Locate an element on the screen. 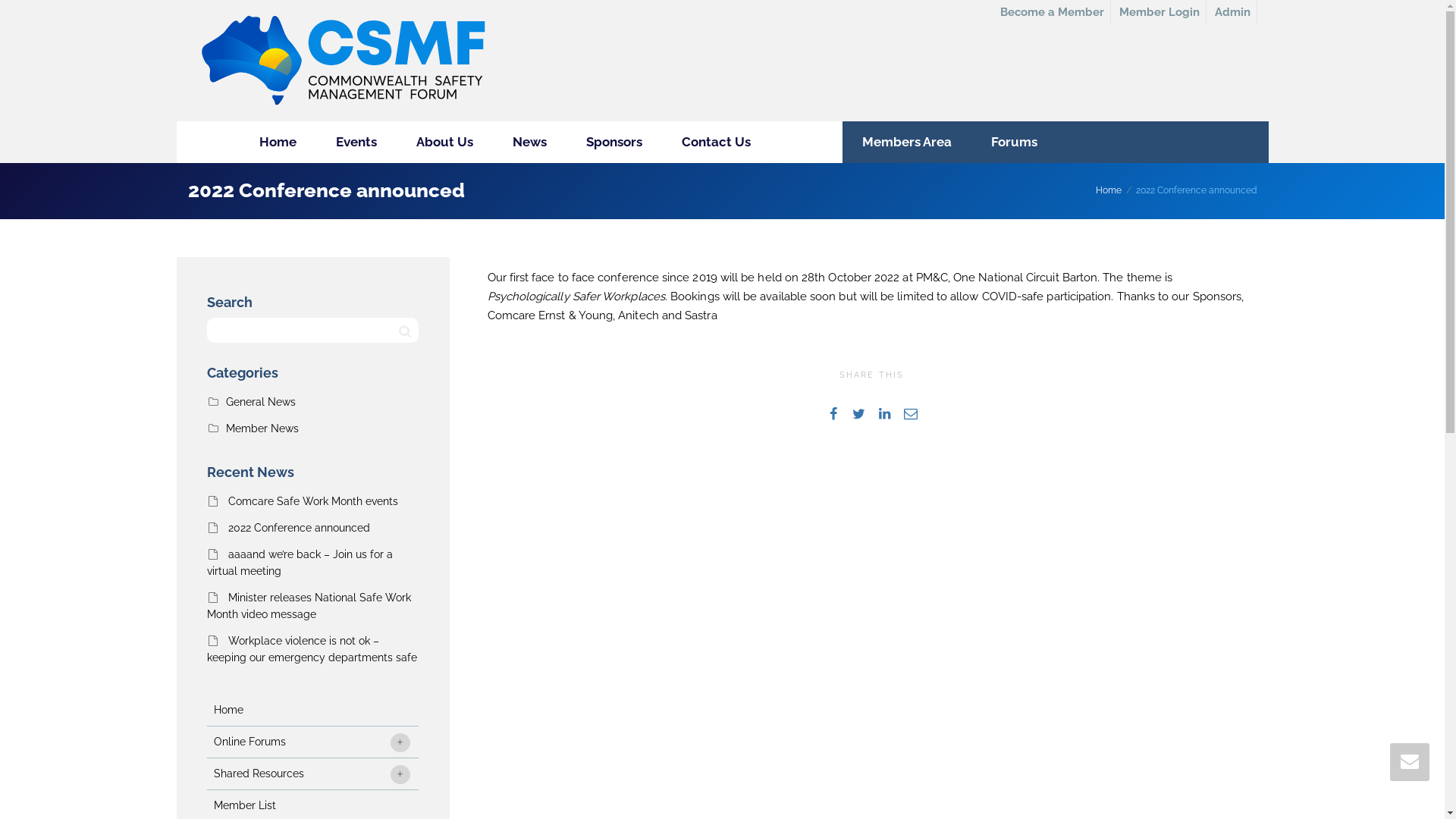 Image resolution: width=1456 pixels, height=819 pixels. 'Shared Resources' is located at coordinates (311, 773).